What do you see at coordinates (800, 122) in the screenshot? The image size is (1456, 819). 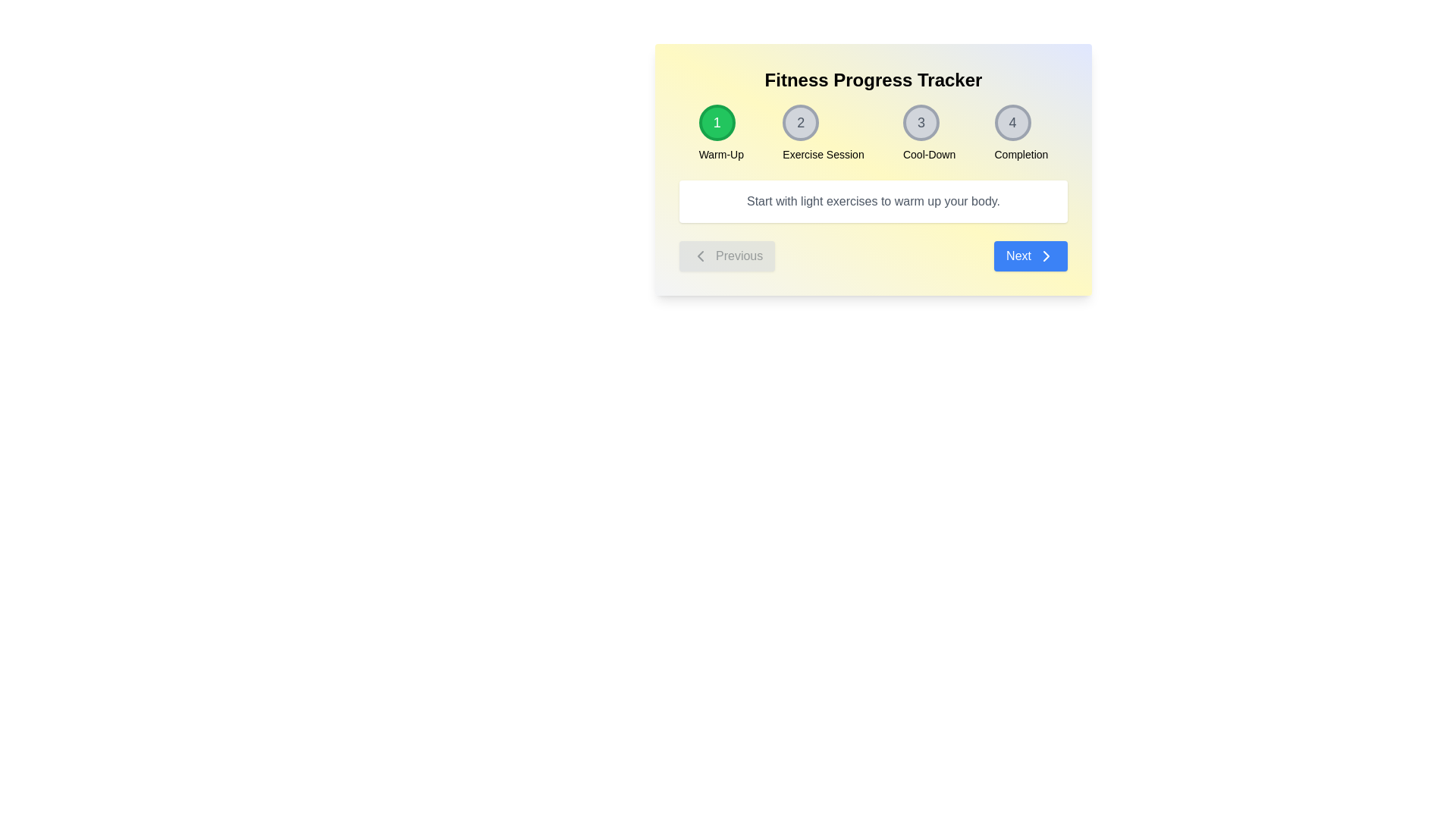 I see `the Text Label displaying the numeral '2'` at bounding box center [800, 122].